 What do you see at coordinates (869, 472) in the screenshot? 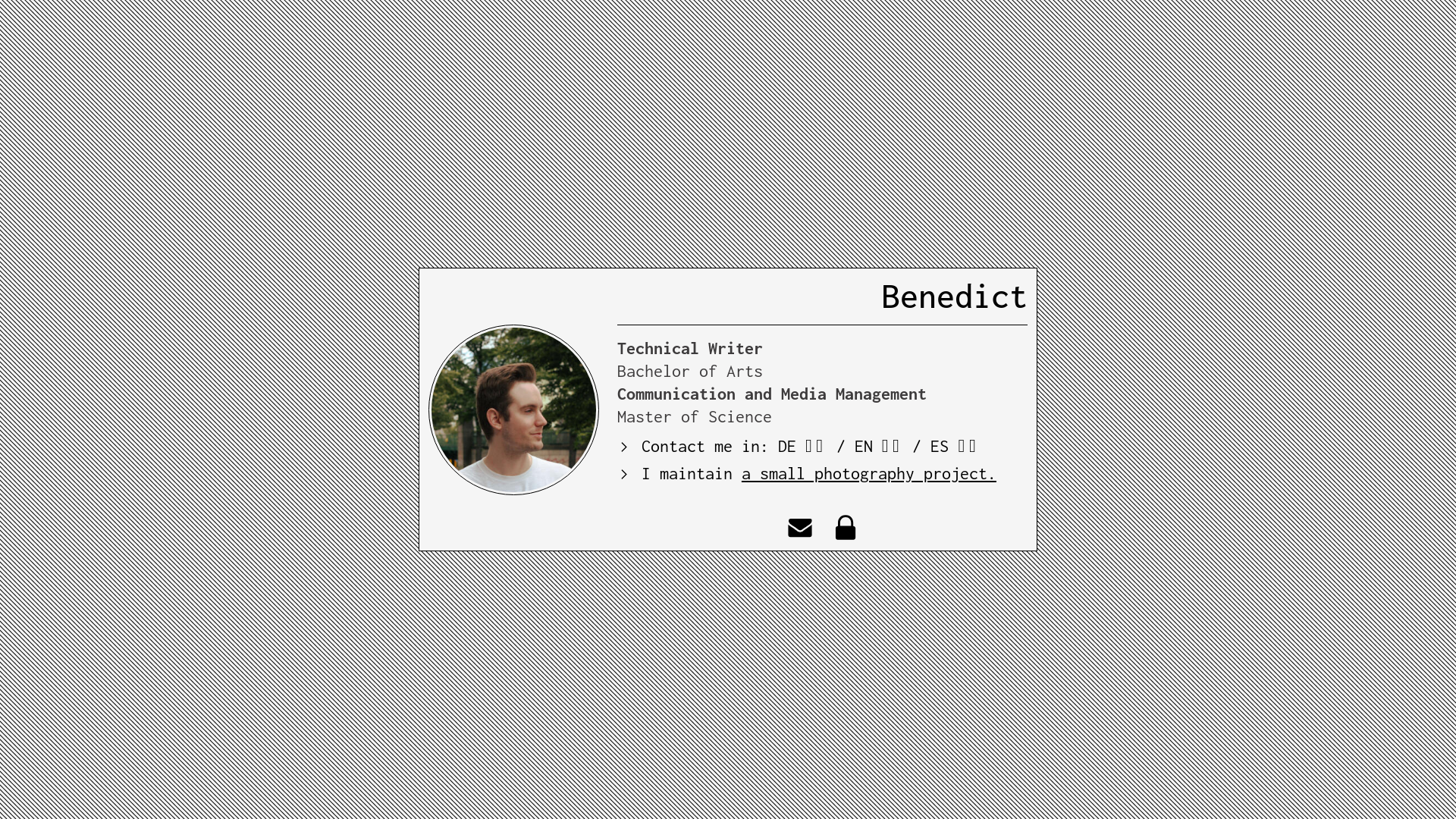
I see `'a small photography project.'` at bounding box center [869, 472].